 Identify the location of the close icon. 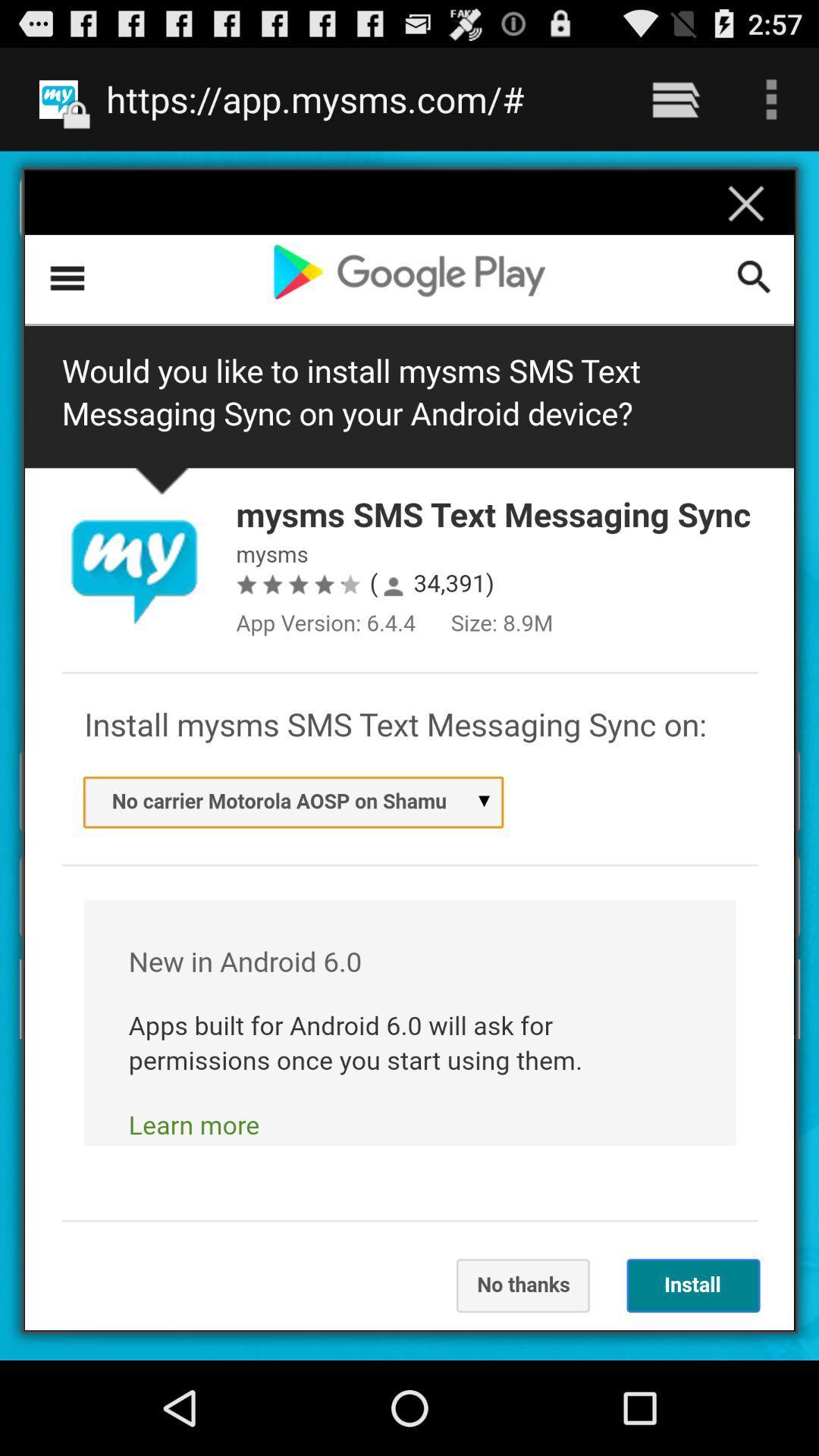
(745, 216).